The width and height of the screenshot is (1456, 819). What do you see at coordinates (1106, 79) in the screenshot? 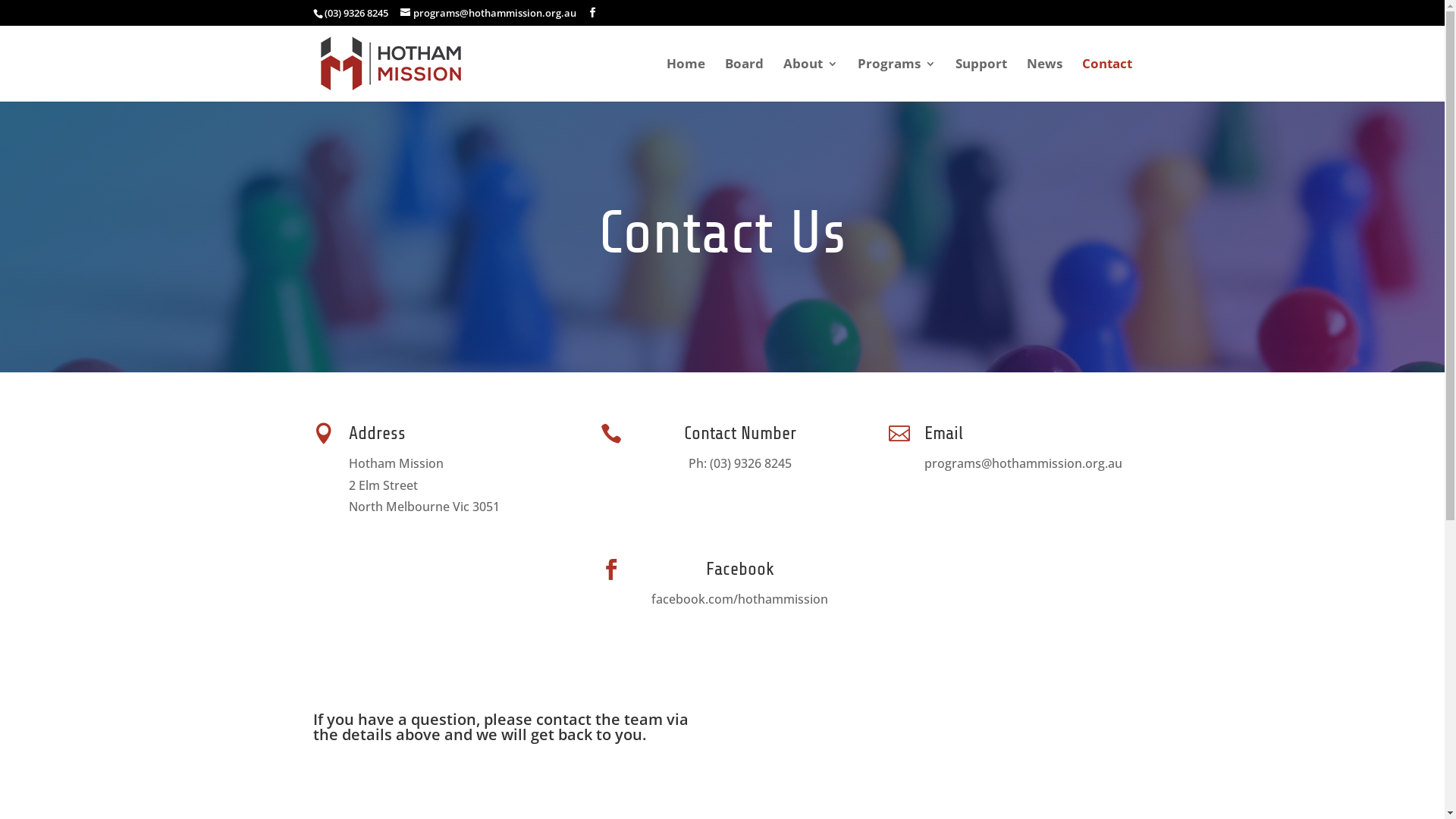
I see `'Contact'` at bounding box center [1106, 79].